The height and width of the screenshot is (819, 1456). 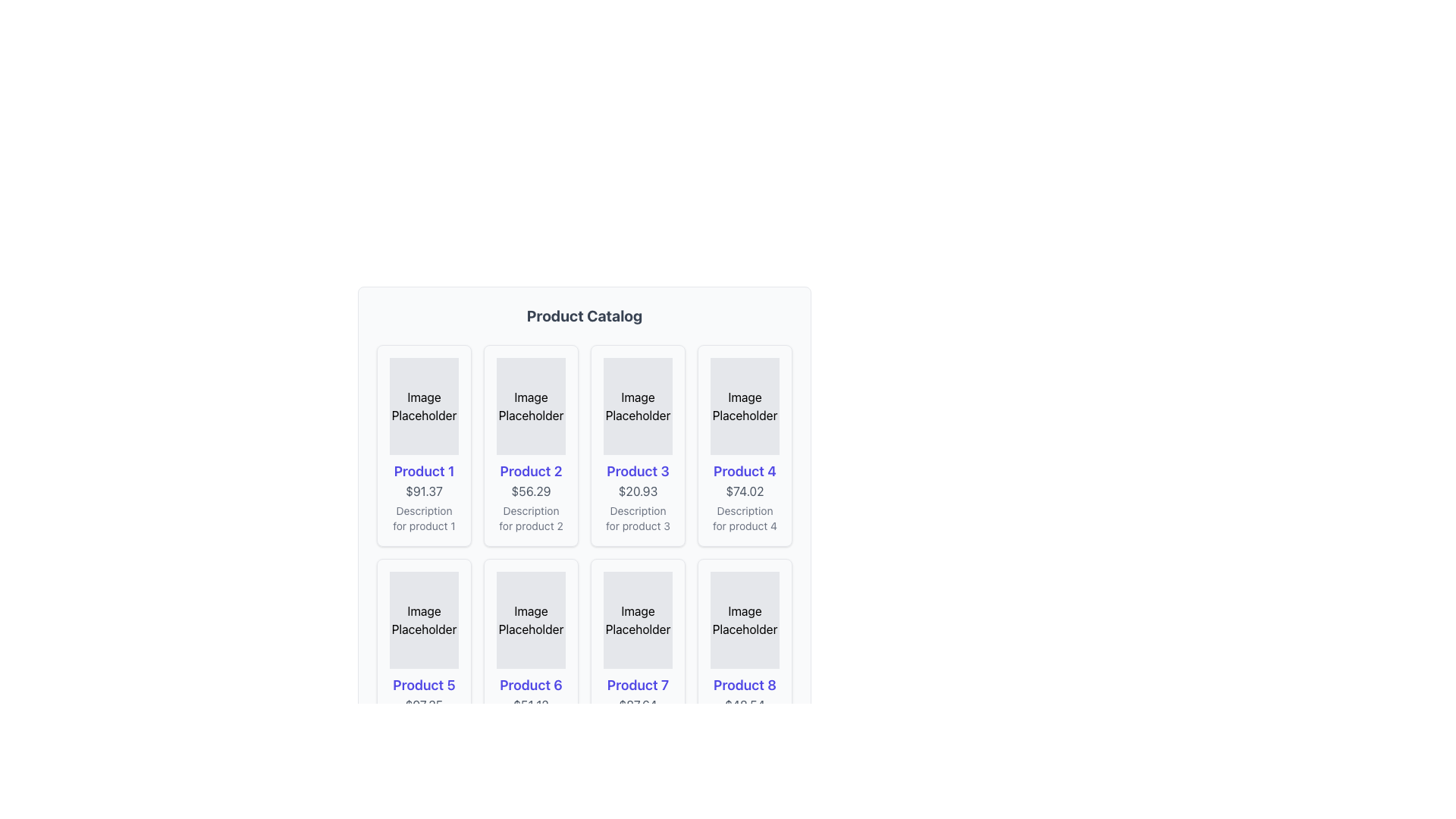 What do you see at coordinates (745, 517) in the screenshot?
I see `text segment styled in a smaller gray font that reads 'Description for product 4', located under the price '$74.02' in the product card for 'Product 4'` at bounding box center [745, 517].